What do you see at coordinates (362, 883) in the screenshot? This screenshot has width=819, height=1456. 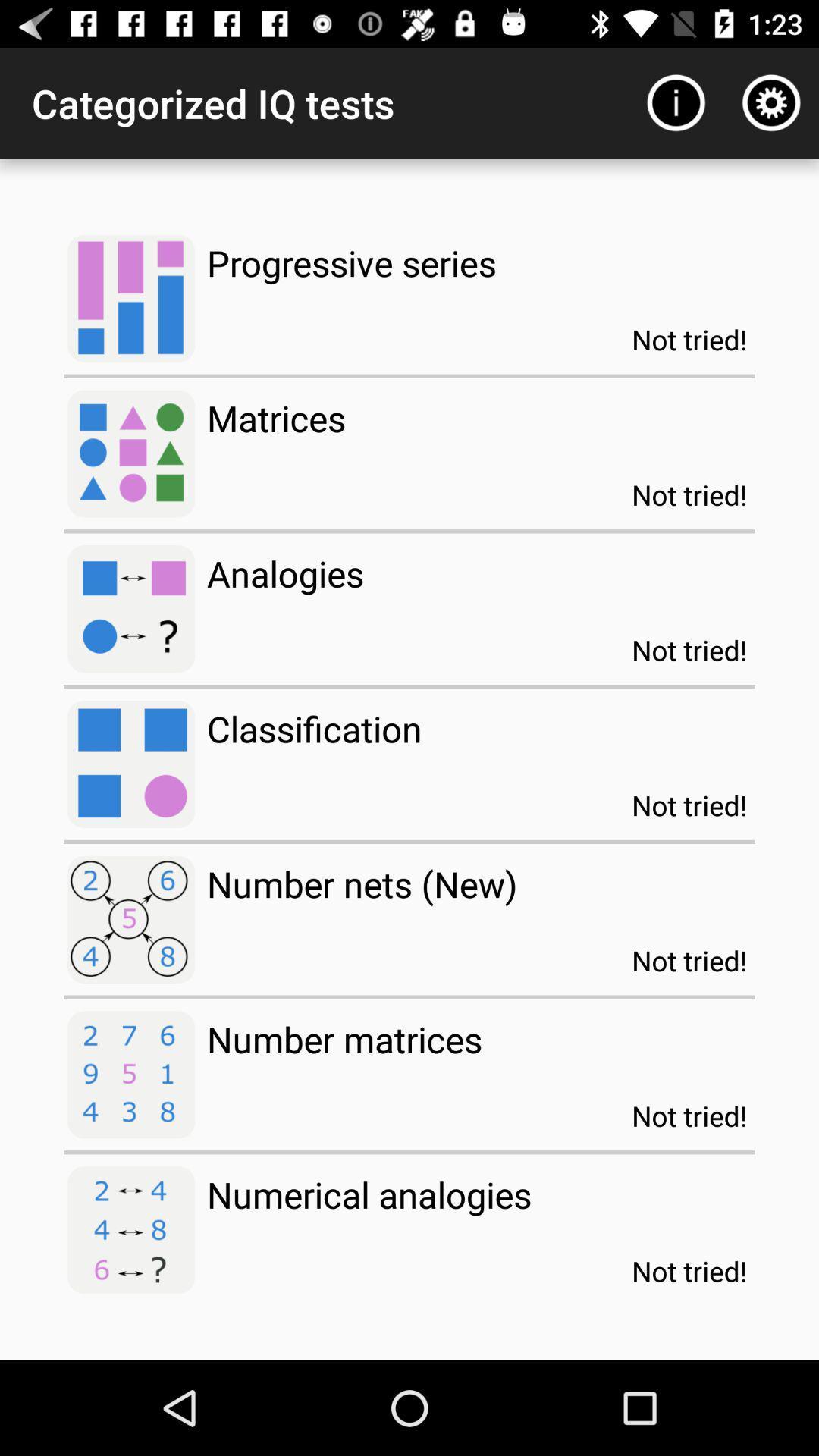 I see `the number nets (new) app` at bounding box center [362, 883].